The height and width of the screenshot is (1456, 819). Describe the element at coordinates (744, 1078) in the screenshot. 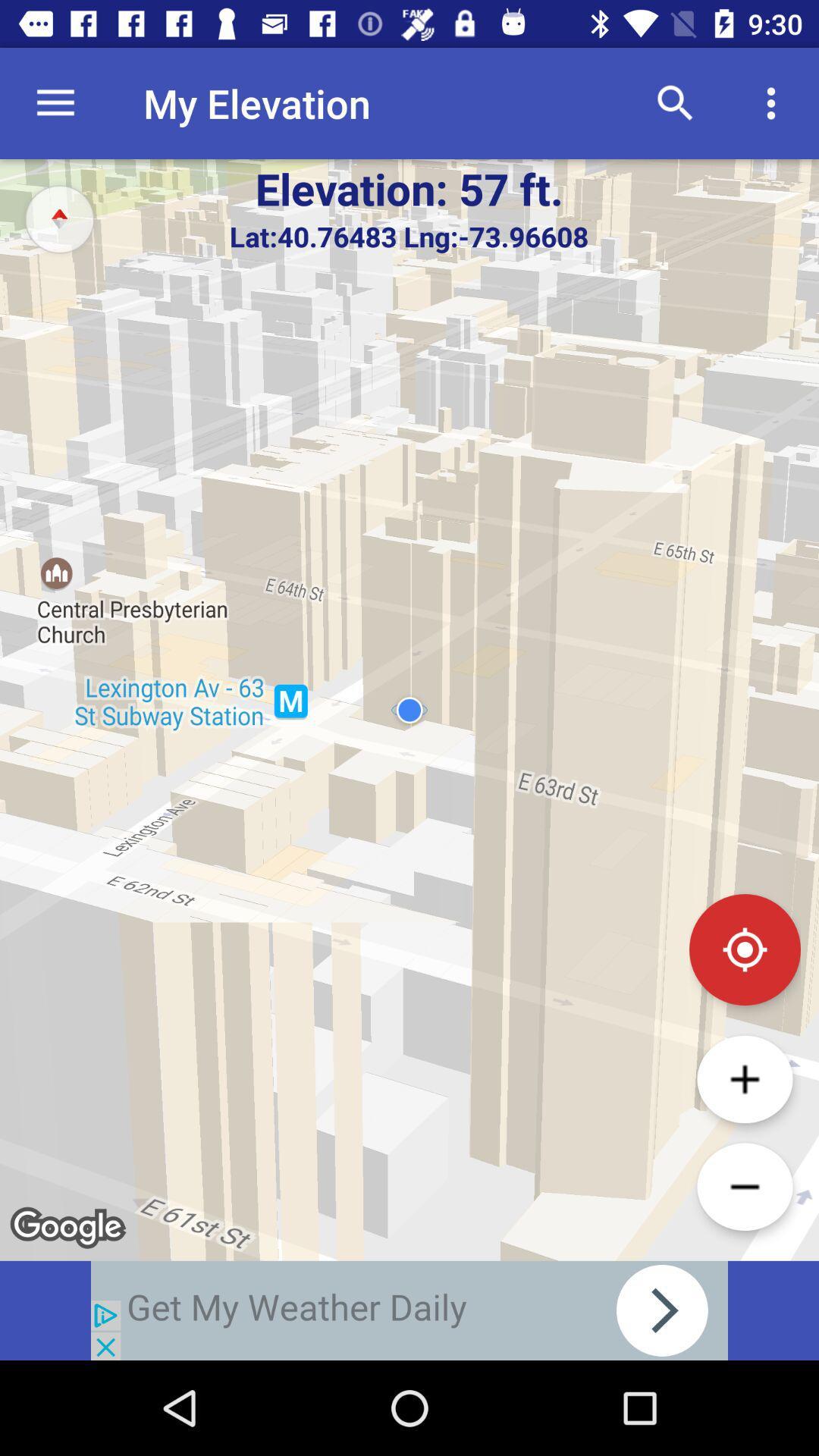

I see `the add icon` at that location.